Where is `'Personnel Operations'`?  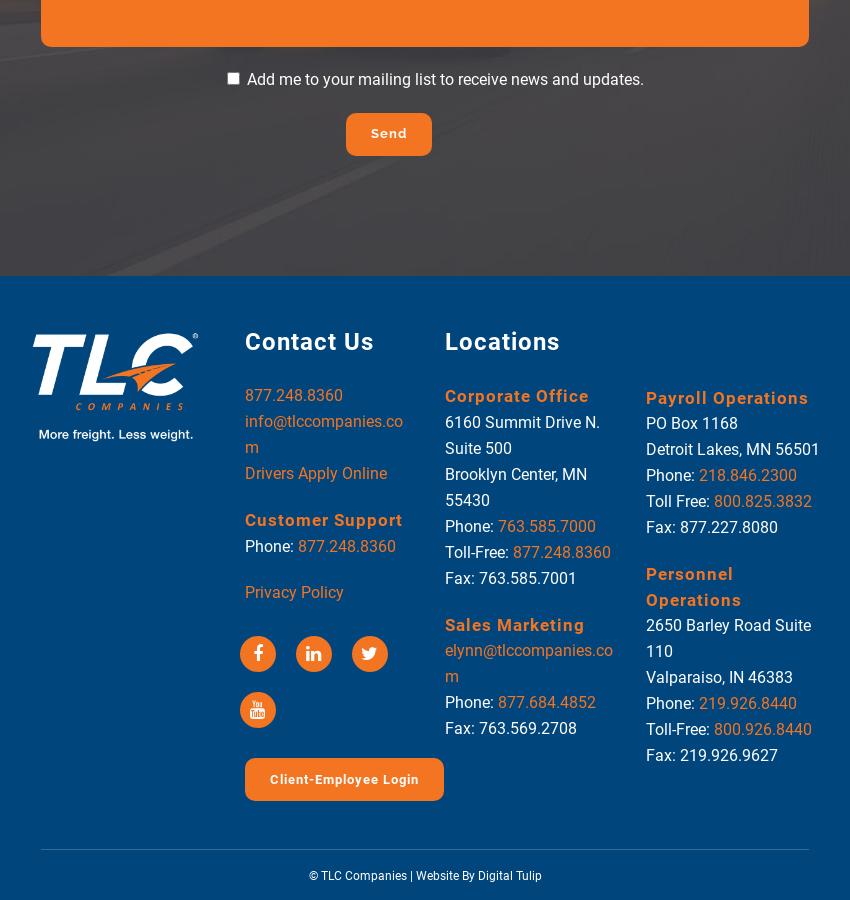
'Personnel Operations' is located at coordinates (644, 586).